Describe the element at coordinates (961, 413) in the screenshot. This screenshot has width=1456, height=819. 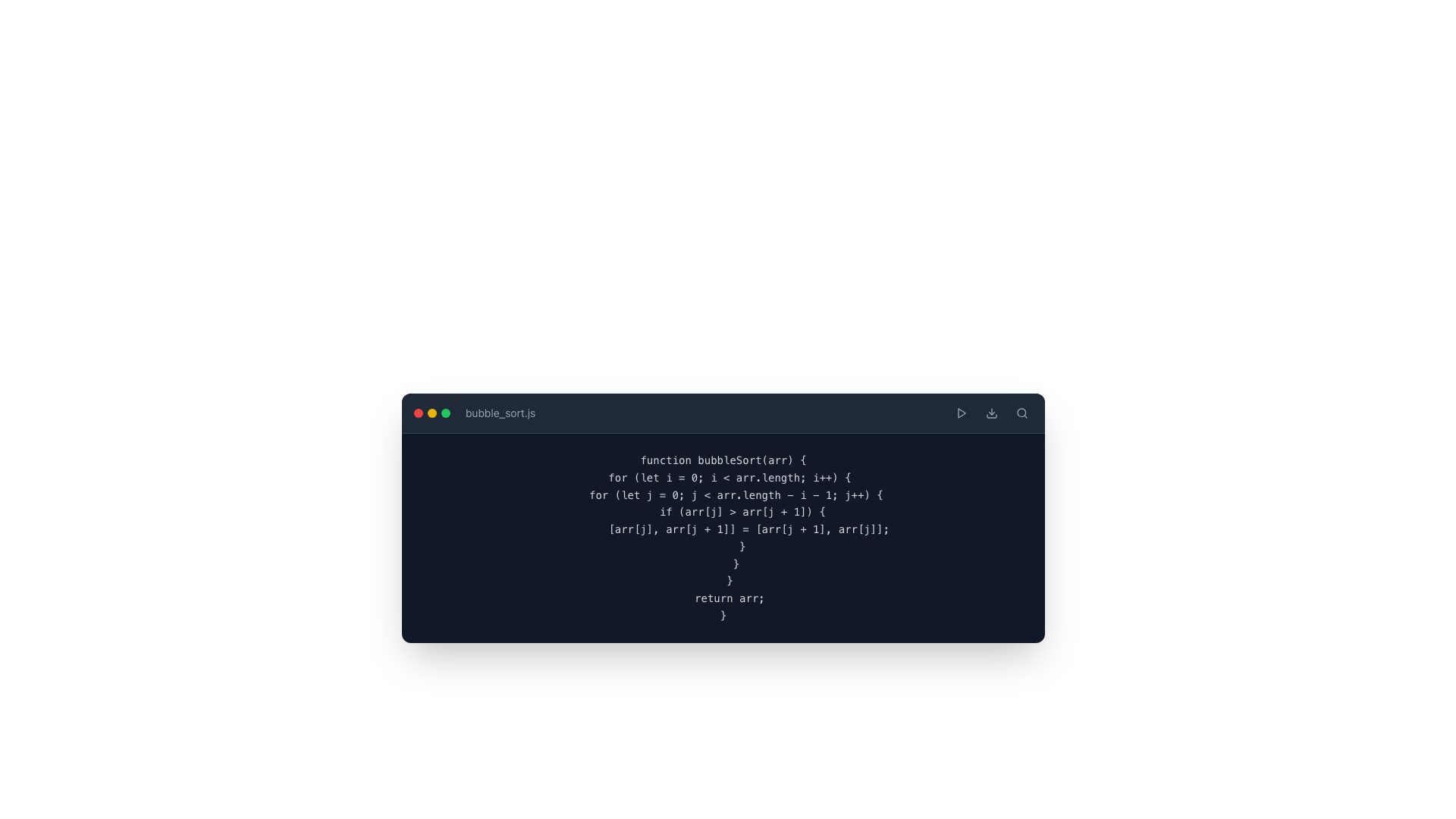
I see `the right-oriented triangular gray icon located centrally within the toolbar at the top right of the application interface` at that location.